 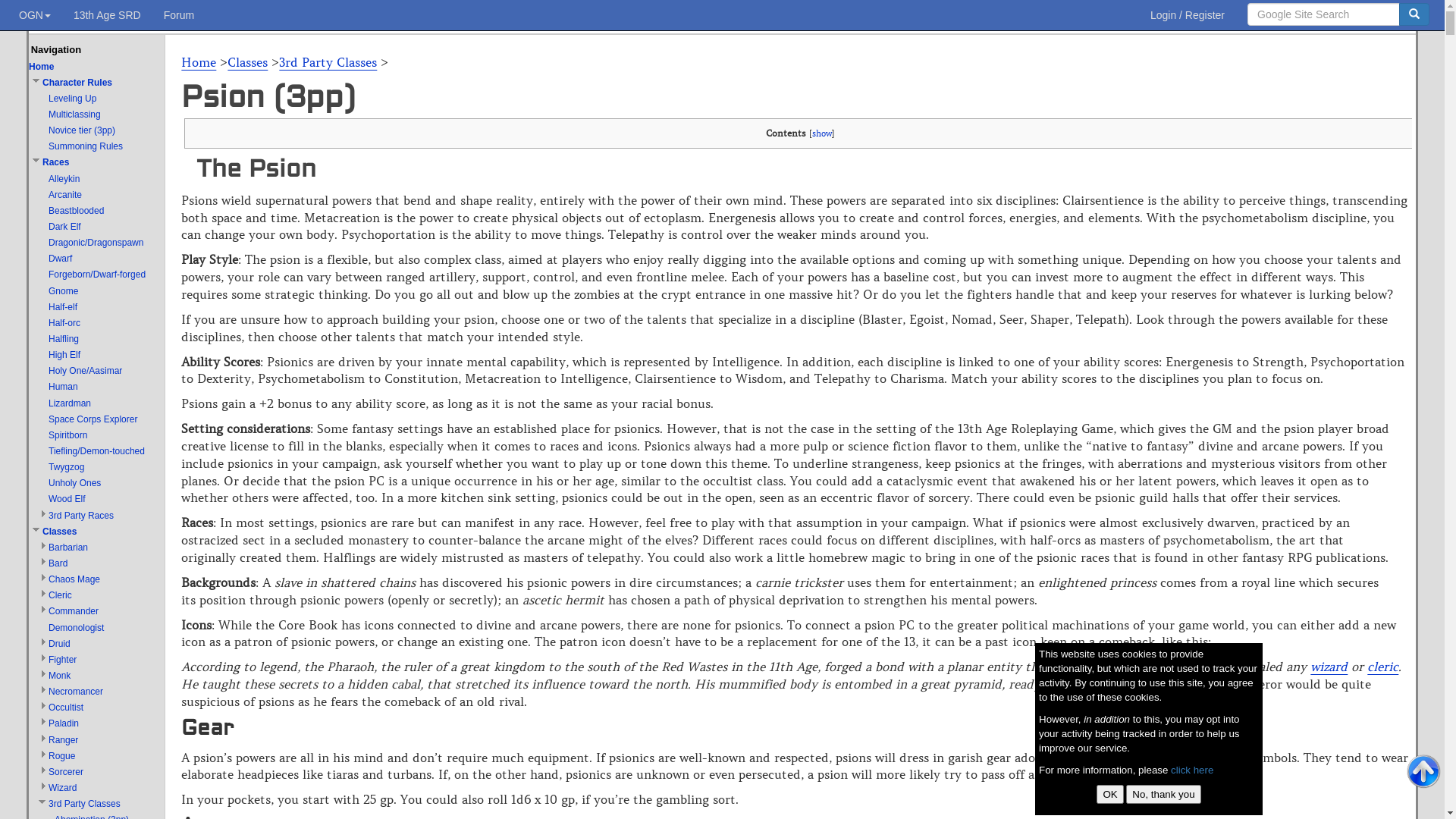 What do you see at coordinates (48, 322) in the screenshot?
I see `'Half-orc'` at bounding box center [48, 322].